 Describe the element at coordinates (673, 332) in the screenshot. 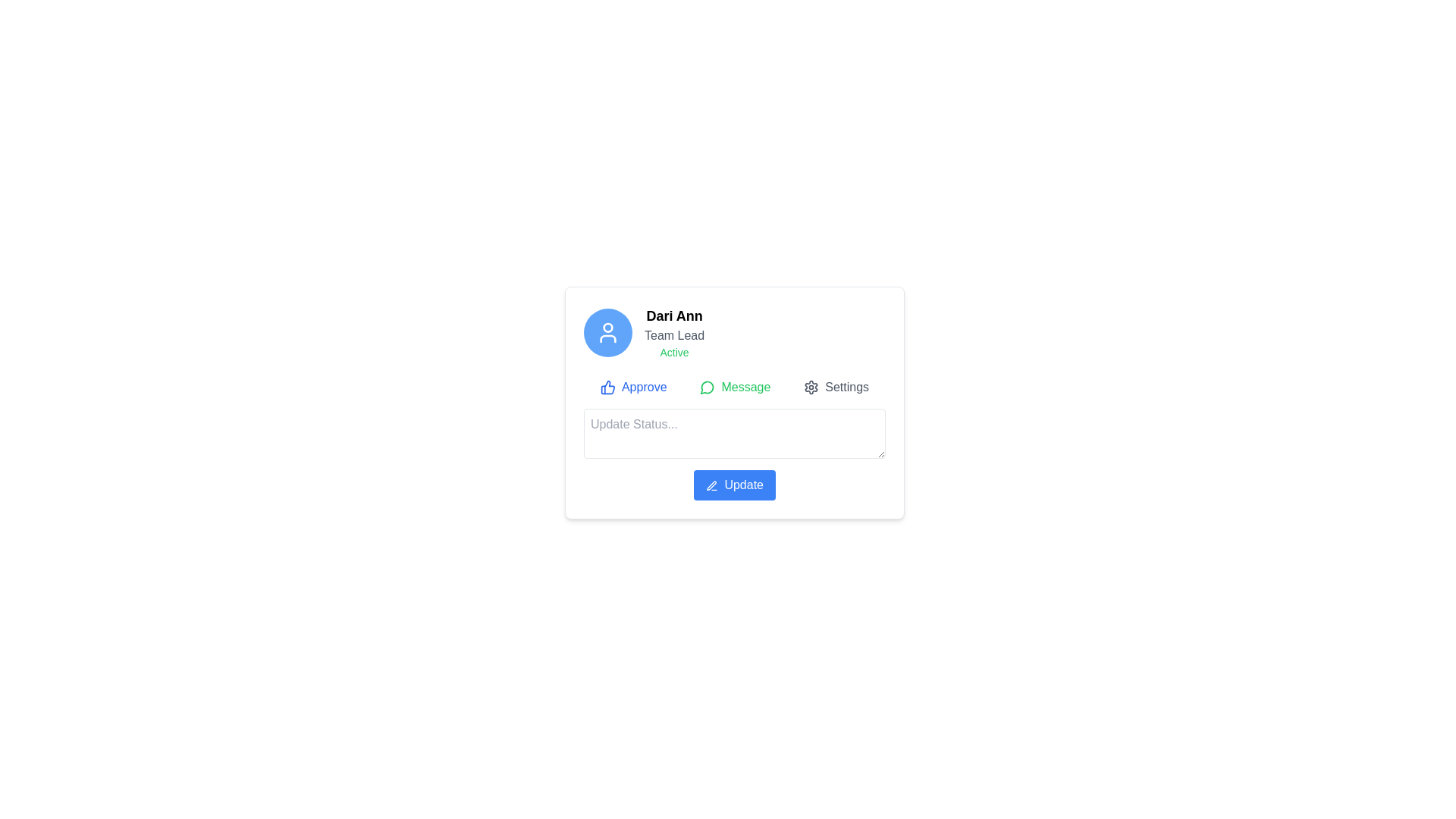

I see `text content of the Text display component that shows 'Dari Ann', 'Team Lead', and 'Active', which is located to the right of a circular blue avatar` at that location.